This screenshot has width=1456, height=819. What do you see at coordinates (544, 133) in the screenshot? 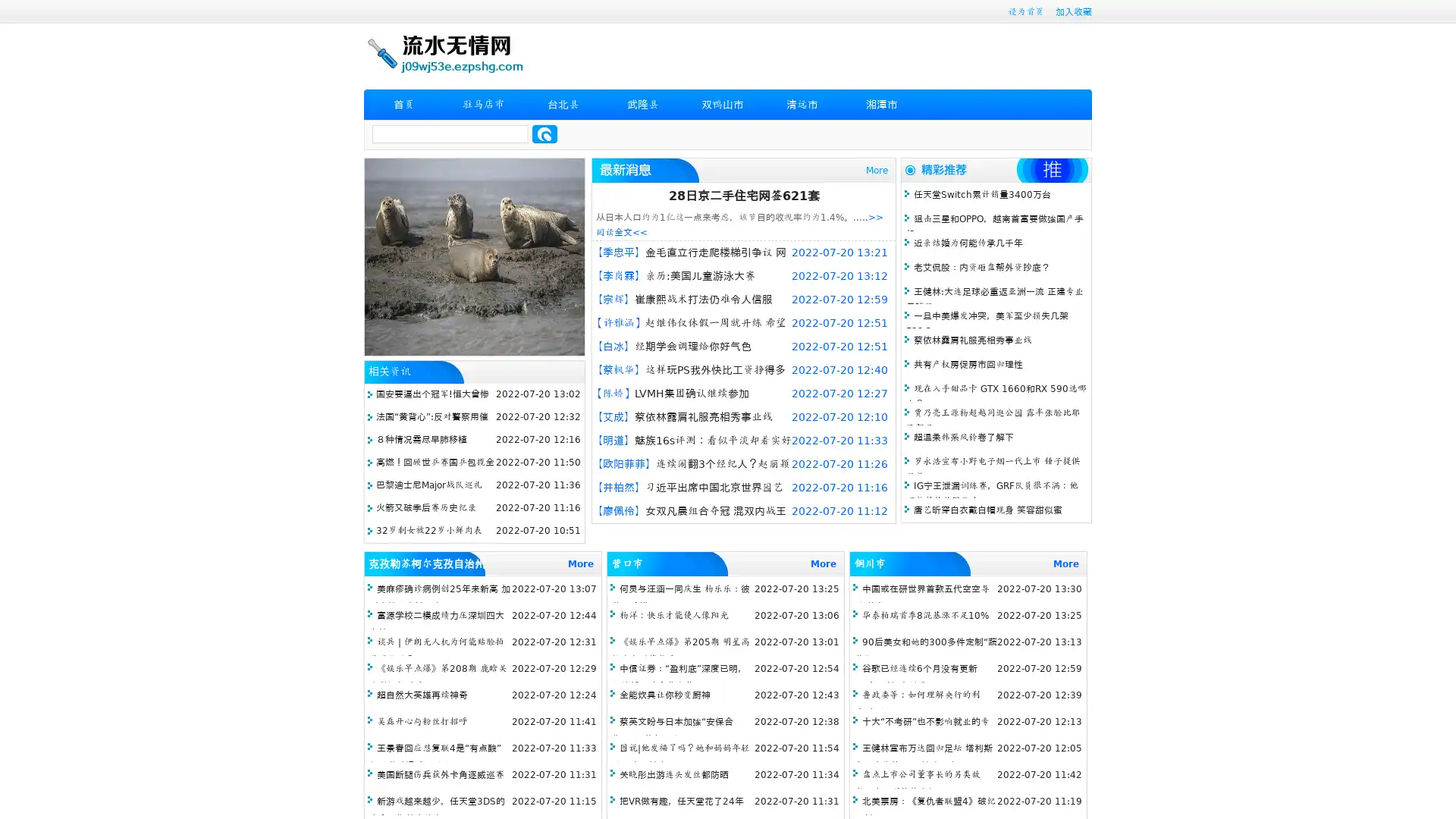
I see `Search` at bounding box center [544, 133].